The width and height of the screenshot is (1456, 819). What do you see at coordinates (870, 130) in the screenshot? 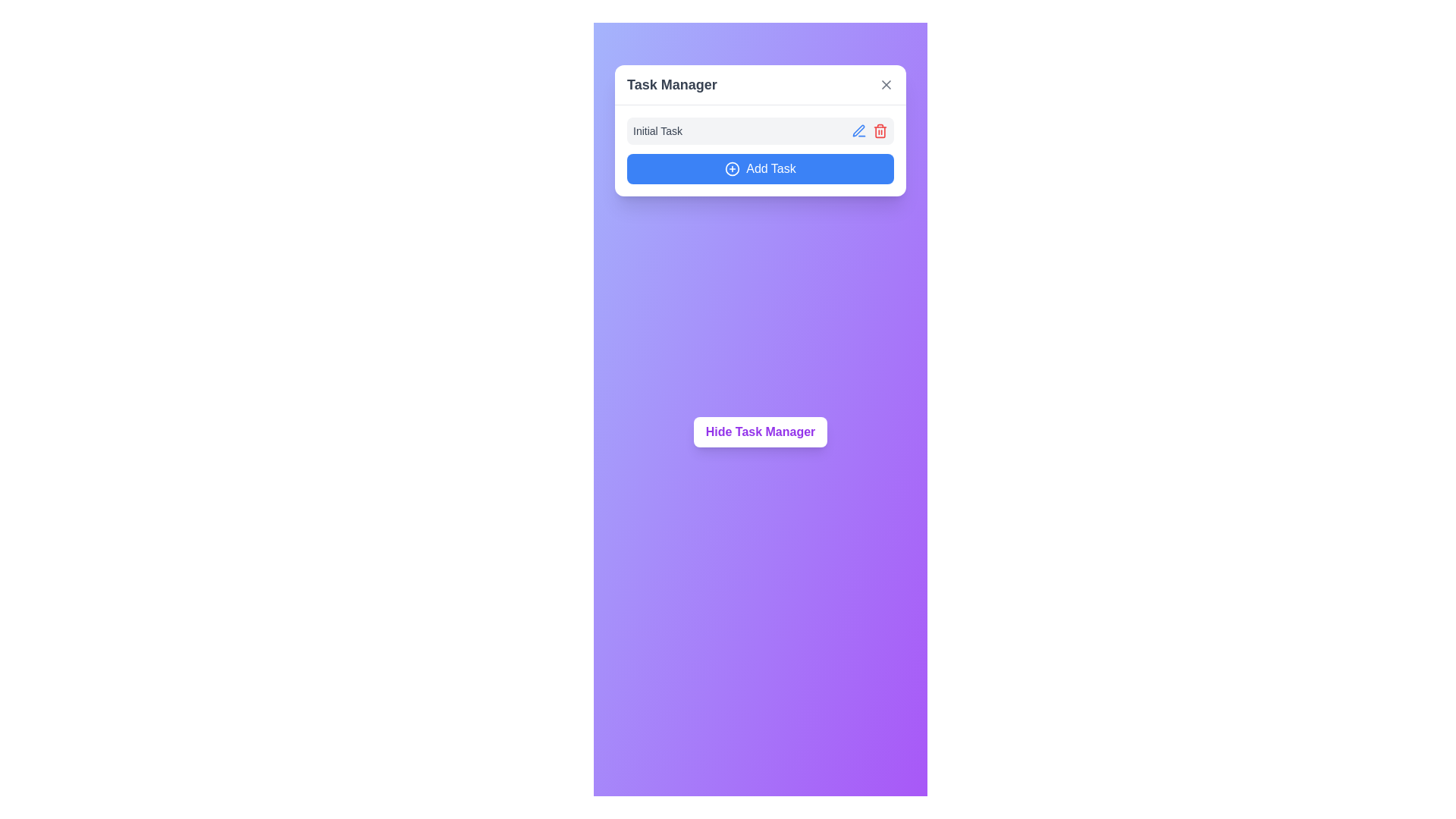
I see `the action buttons/icons grouping located in the top-right corner of the 'Initial Task' box in the Task Manager interface` at bounding box center [870, 130].